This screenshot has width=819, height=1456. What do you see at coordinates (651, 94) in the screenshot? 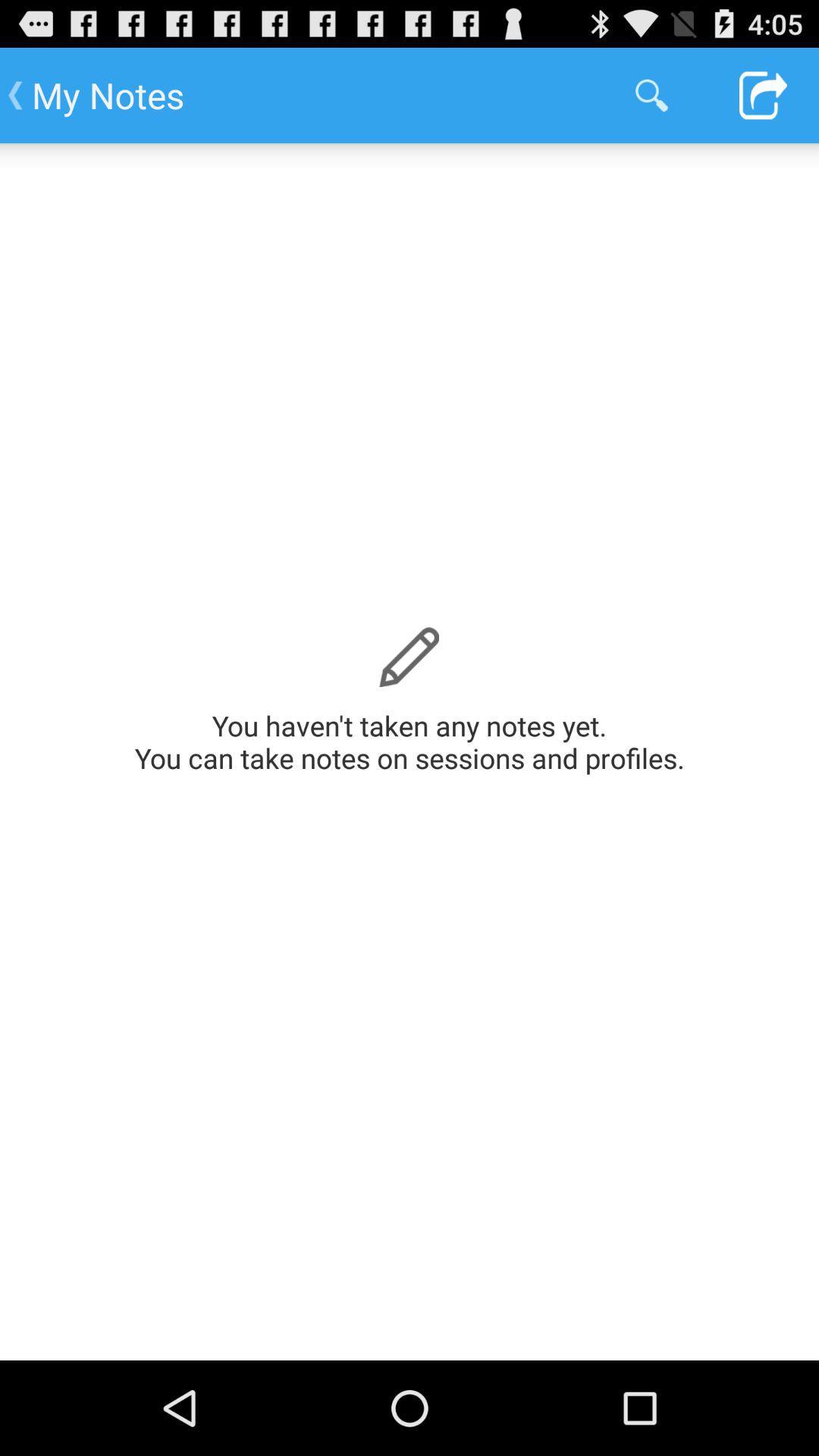
I see `the item next to the my notes icon` at bounding box center [651, 94].